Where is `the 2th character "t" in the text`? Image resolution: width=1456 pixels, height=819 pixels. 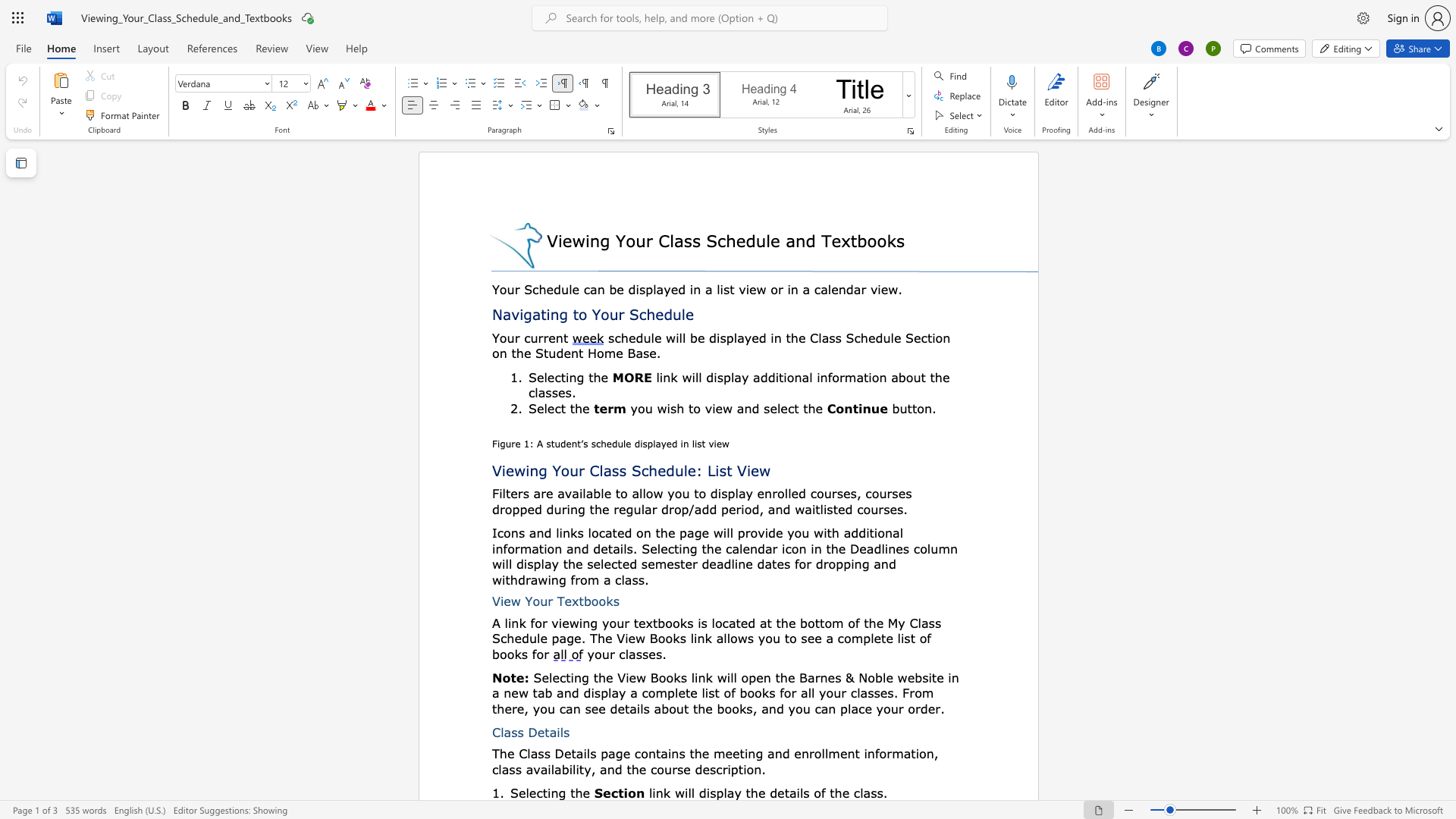
the 2th character "t" in the text is located at coordinates (572, 792).